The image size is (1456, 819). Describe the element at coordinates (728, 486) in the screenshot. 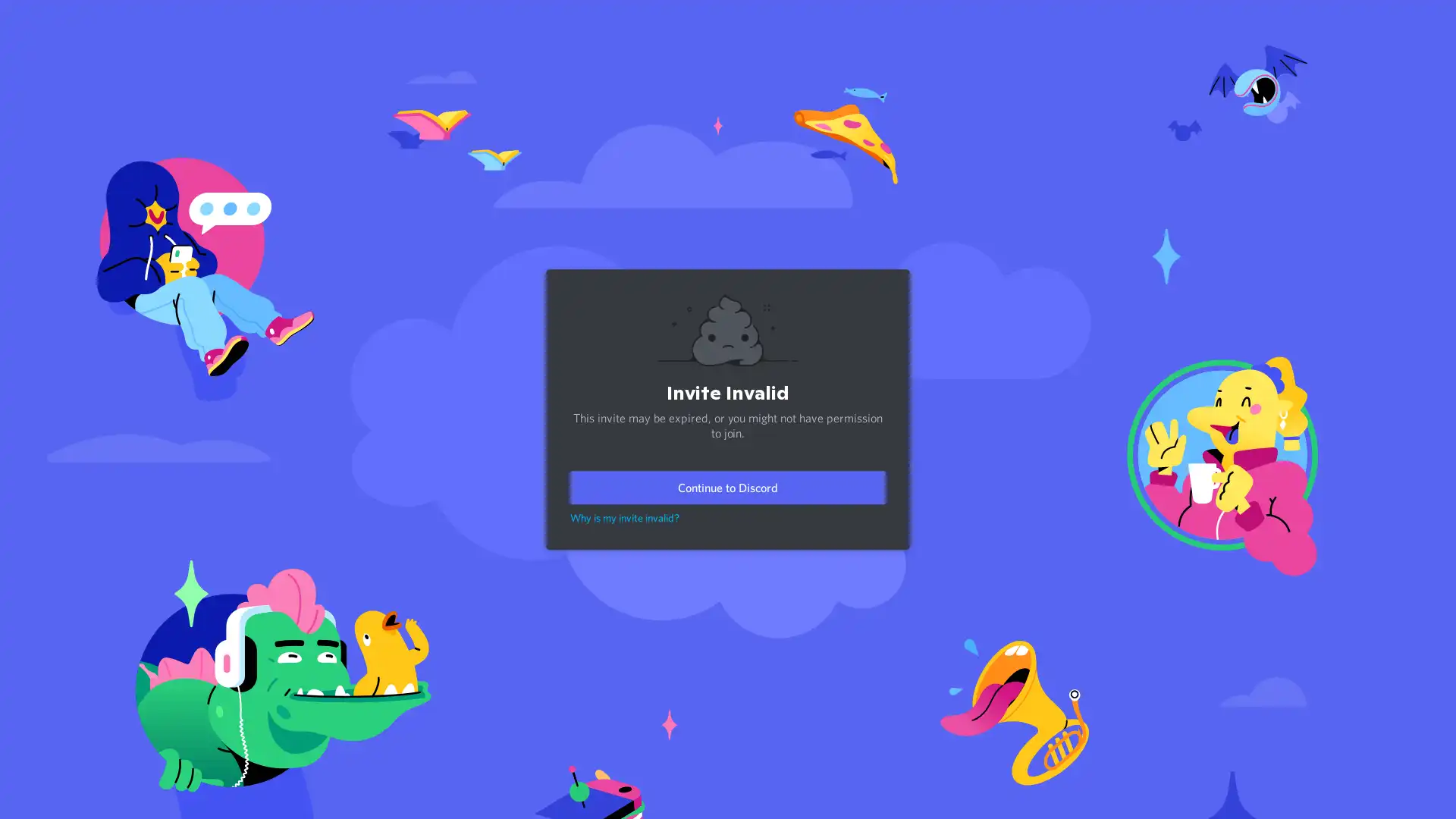

I see `Continue to Discord` at that location.